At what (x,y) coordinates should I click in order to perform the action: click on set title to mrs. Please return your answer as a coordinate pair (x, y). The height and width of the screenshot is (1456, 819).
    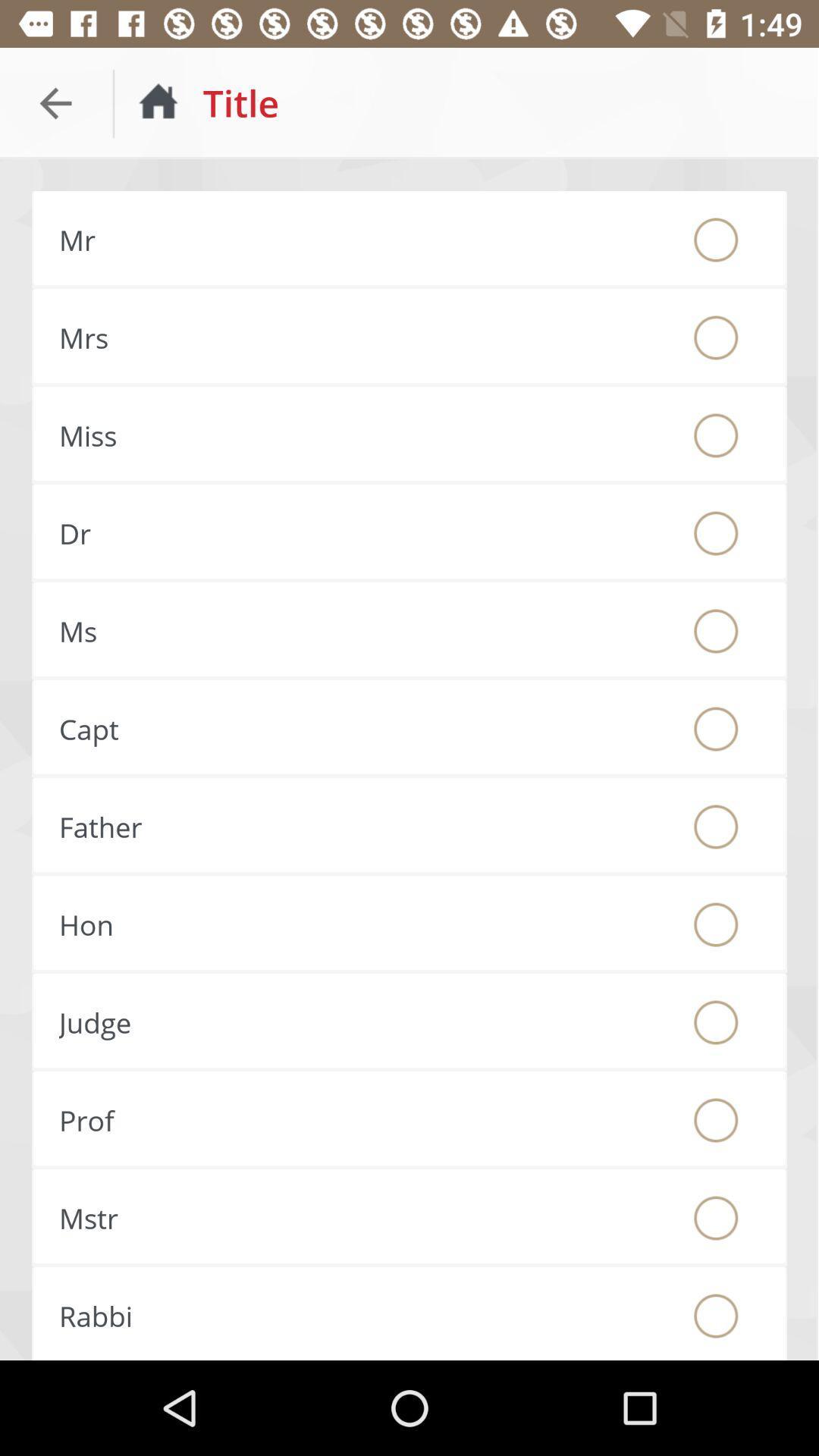
    Looking at the image, I should click on (716, 337).